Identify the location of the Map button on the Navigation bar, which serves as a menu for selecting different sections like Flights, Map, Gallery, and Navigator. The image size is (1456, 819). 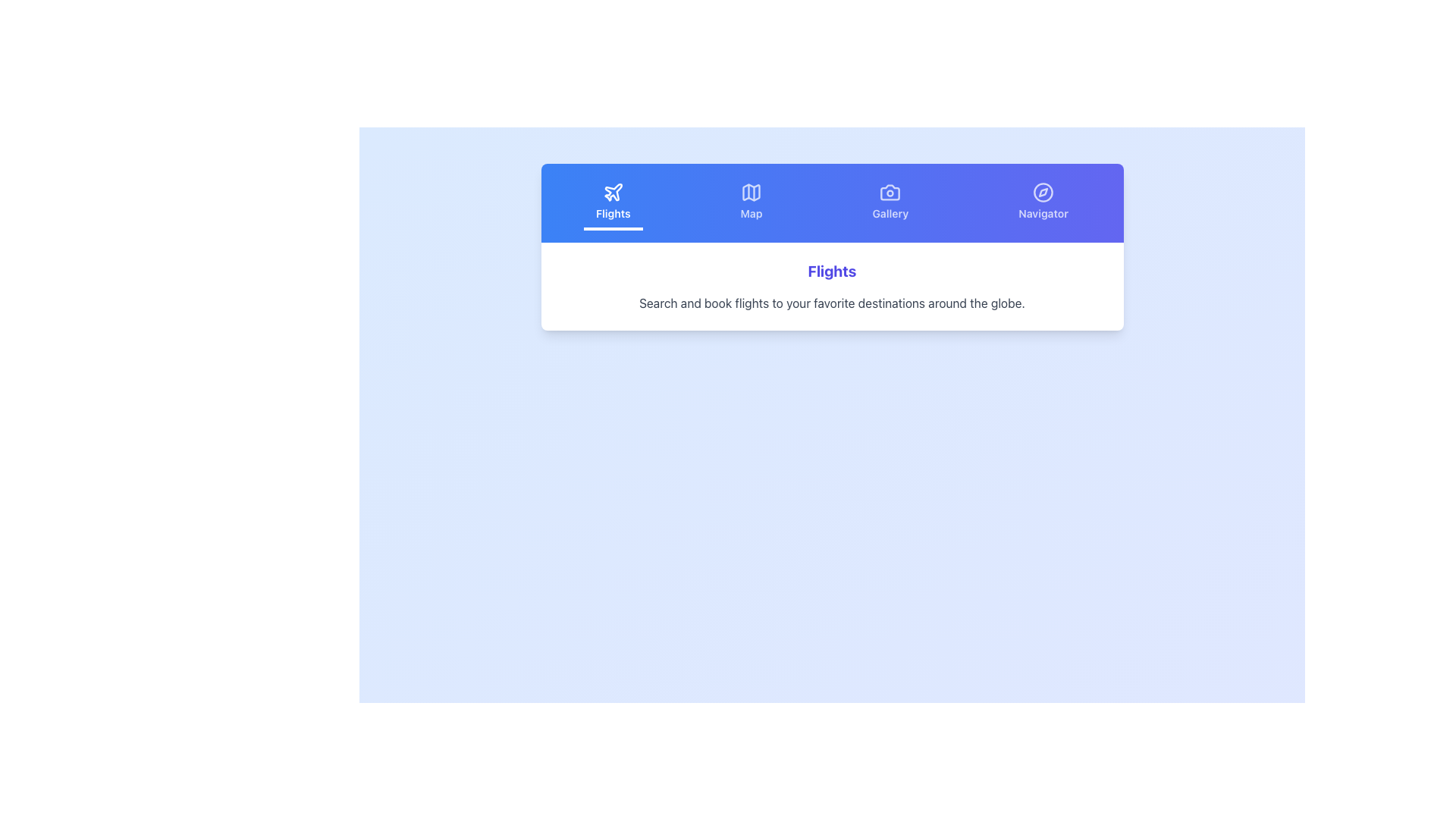
(831, 202).